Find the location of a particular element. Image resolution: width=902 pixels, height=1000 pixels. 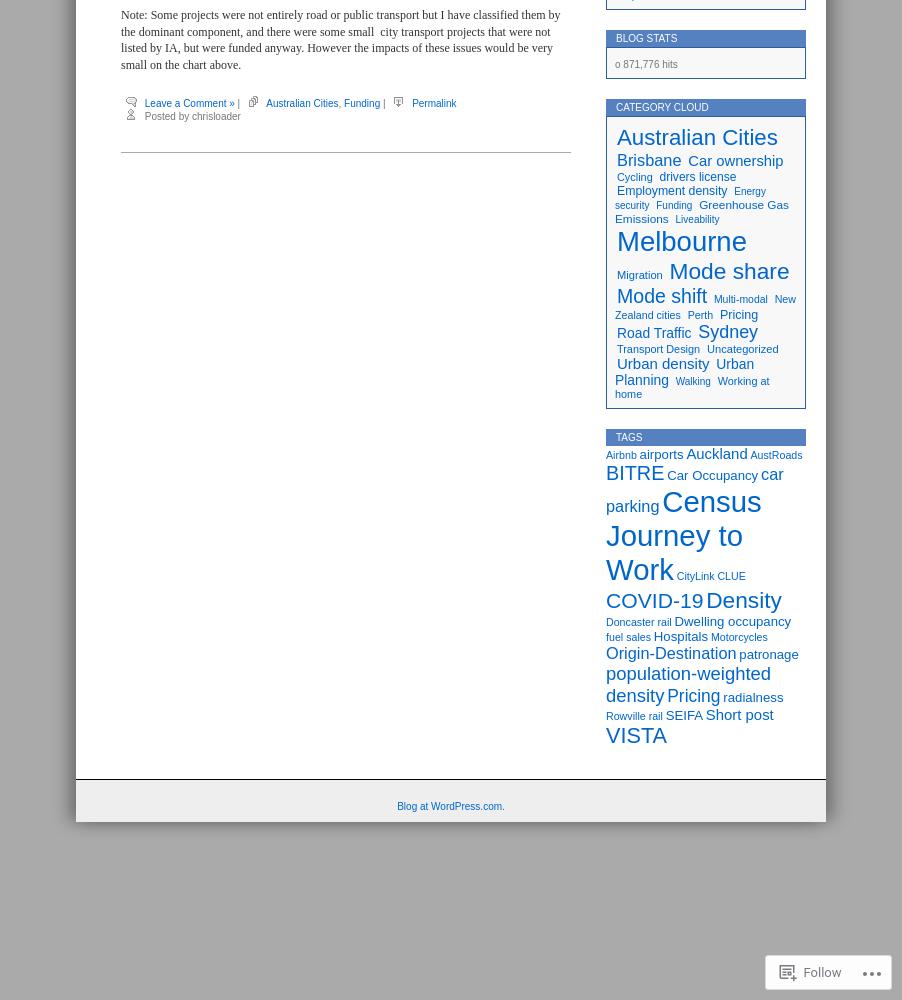

'airports' is located at coordinates (659, 453).